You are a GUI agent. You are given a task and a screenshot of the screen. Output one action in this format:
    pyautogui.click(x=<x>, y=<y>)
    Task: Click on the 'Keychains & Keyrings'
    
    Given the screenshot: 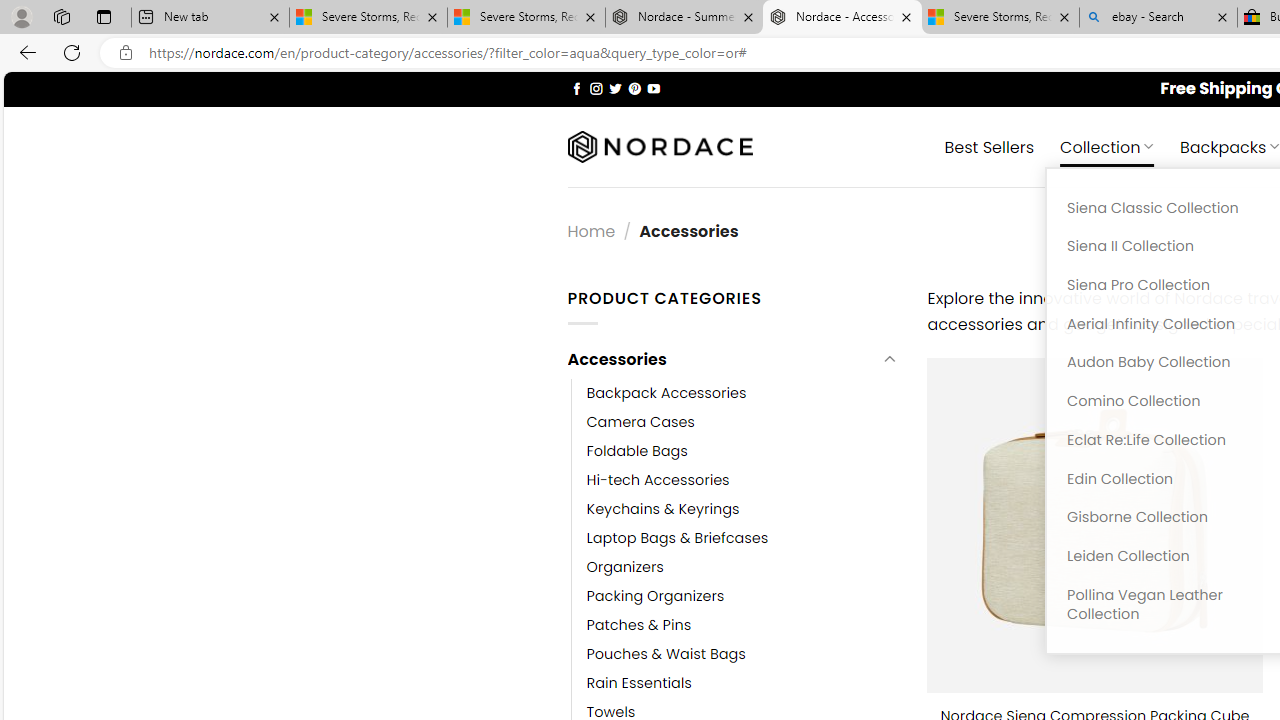 What is the action you would take?
    pyautogui.click(x=663, y=508)
    